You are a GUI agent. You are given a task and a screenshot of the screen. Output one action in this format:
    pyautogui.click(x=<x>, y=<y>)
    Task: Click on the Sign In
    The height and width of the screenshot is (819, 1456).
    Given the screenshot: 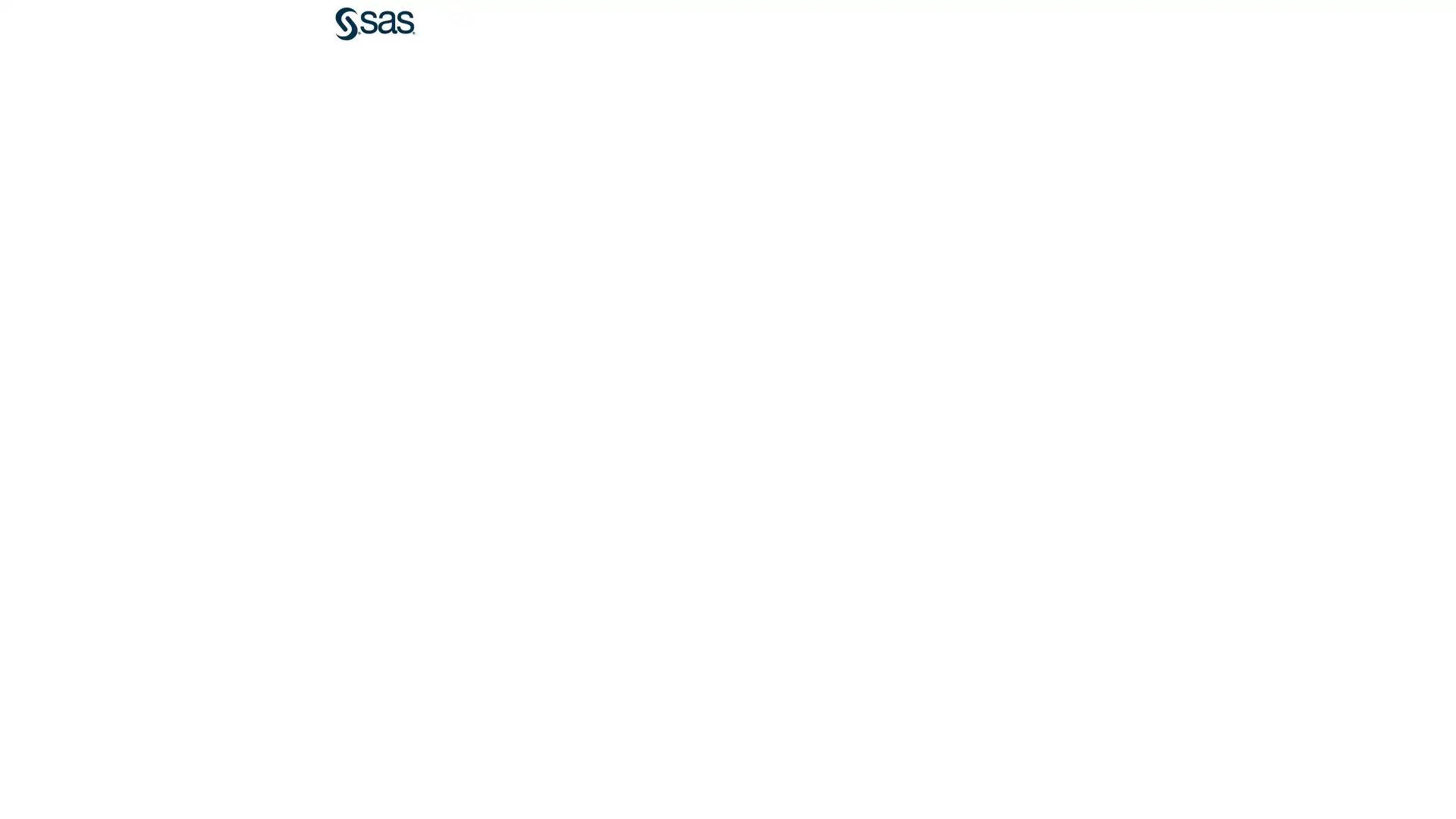 What is the action you would take?
    pyautogui.click(x=1024, y=24)
    